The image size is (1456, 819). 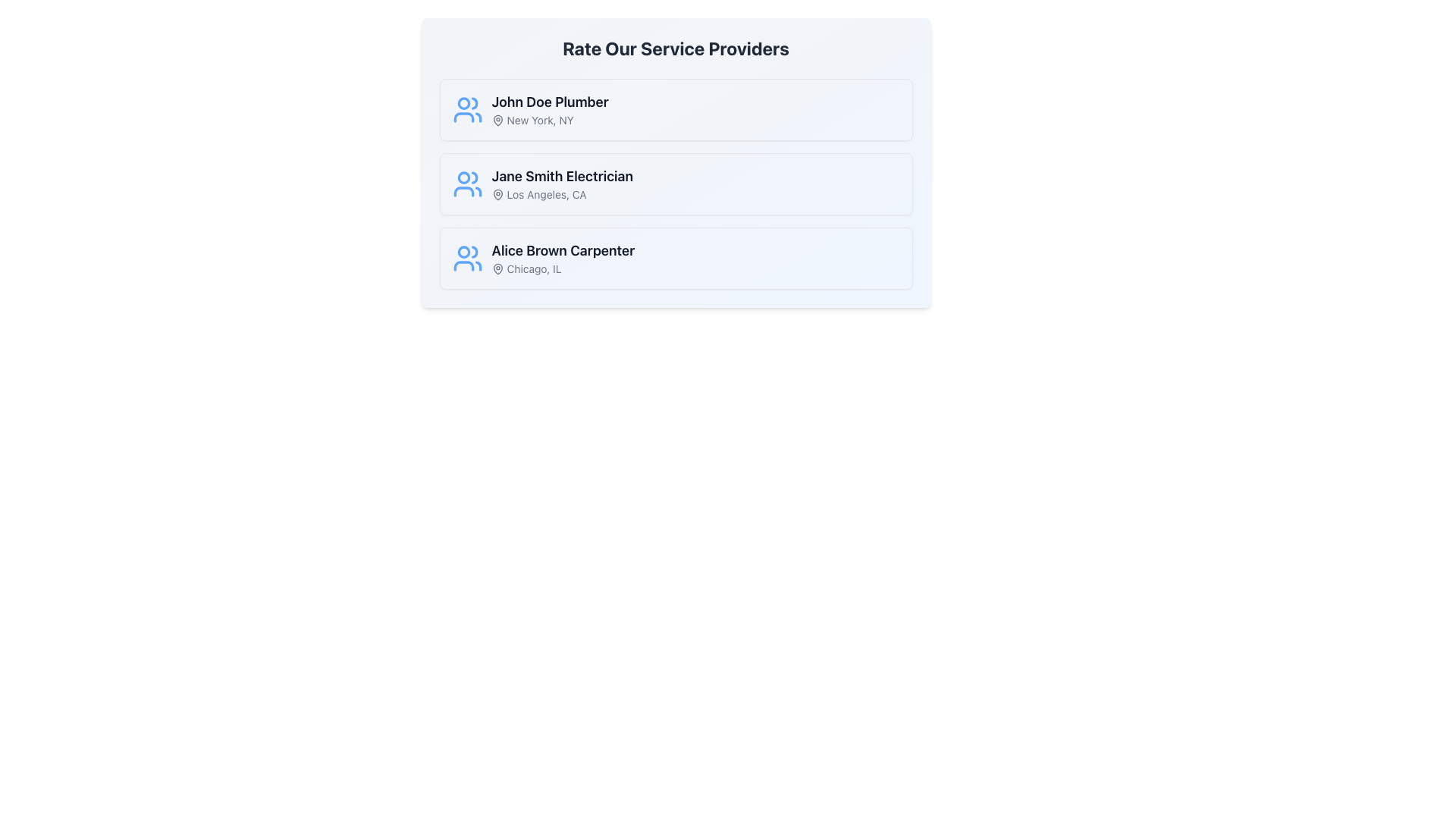 I want to click on the third list item representing 'Alice Brown Carpenter' in the vertical list of service providers under the heading 'Rate Our Service Providers', so click(x=562, y=257).